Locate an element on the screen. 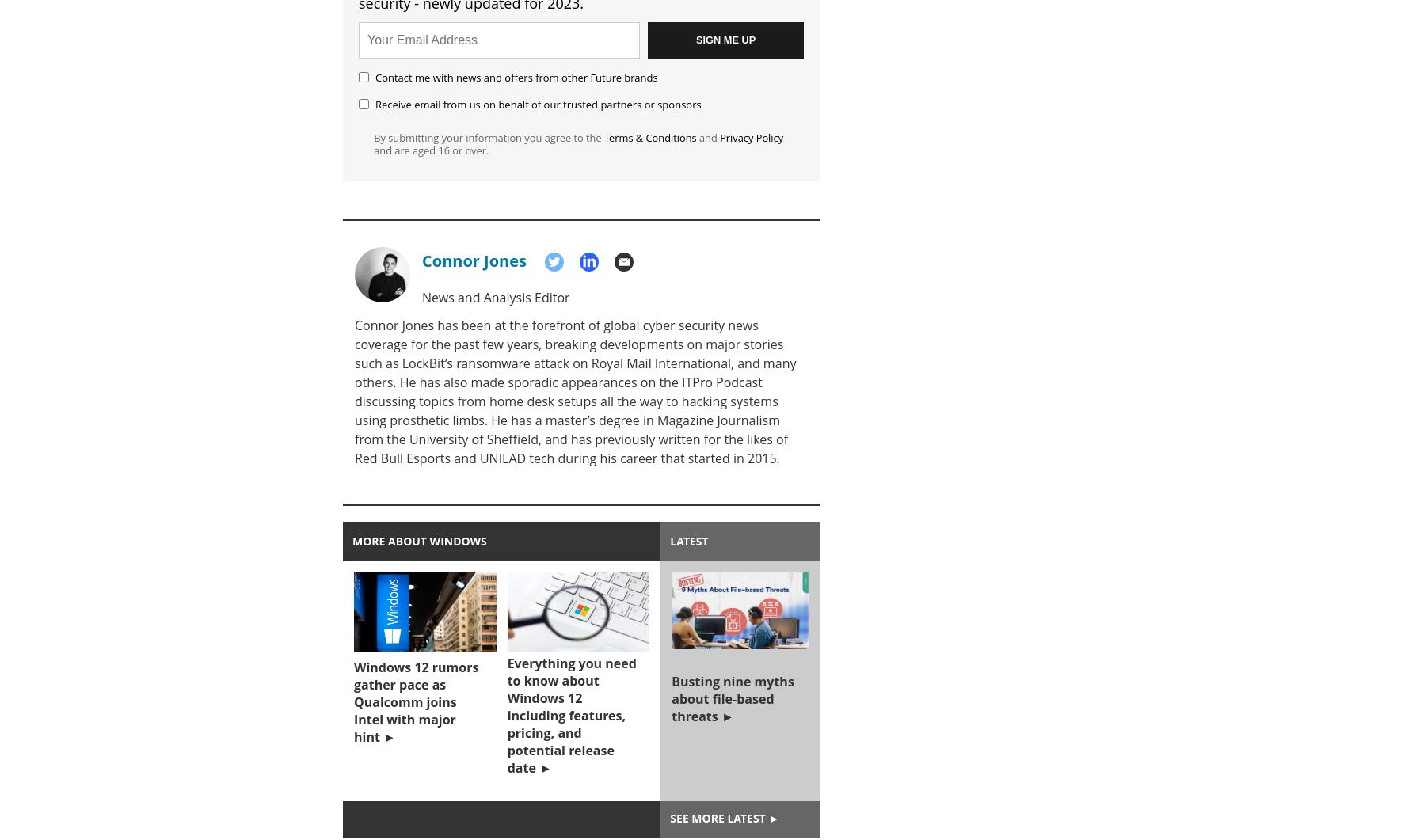 This screenshot has width=1416, height=840. 'News and Analysis Editor' is located at coordinates (495, 298).